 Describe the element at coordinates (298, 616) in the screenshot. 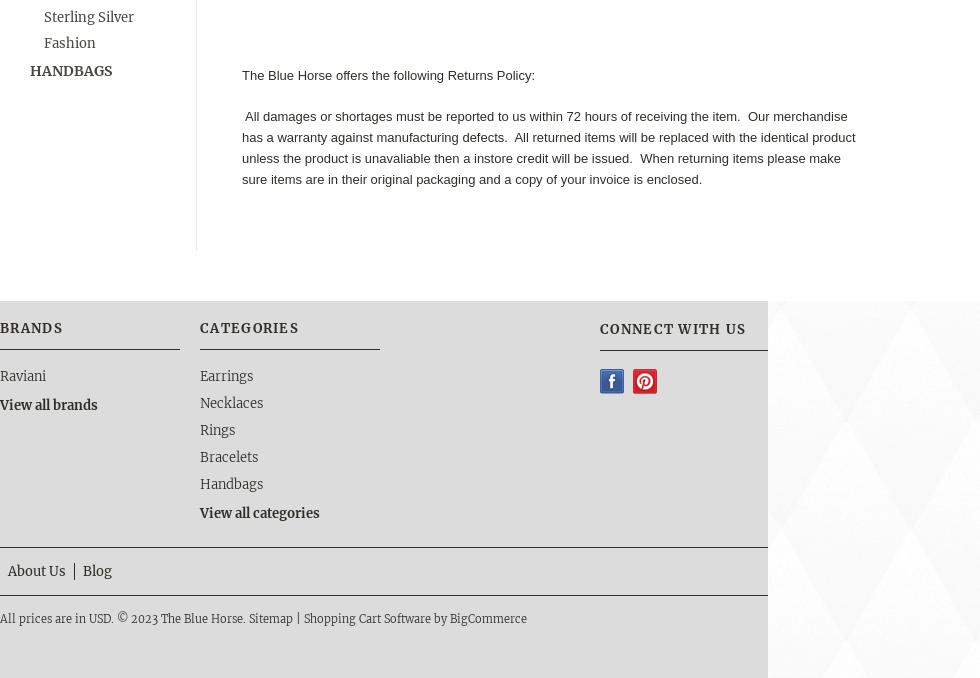

I see `'|'` at that location.